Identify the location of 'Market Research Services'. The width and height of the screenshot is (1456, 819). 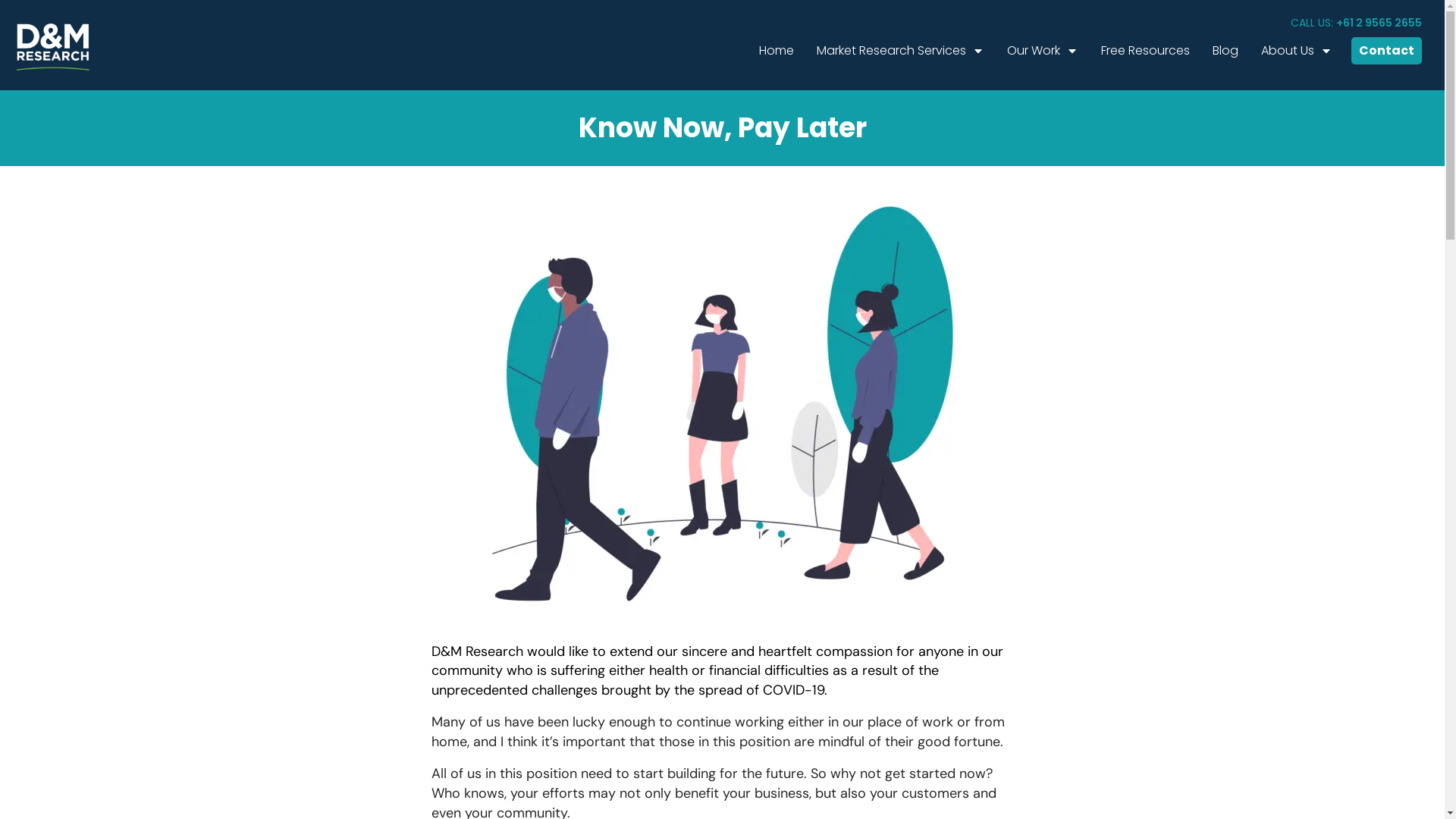
(900, 49).